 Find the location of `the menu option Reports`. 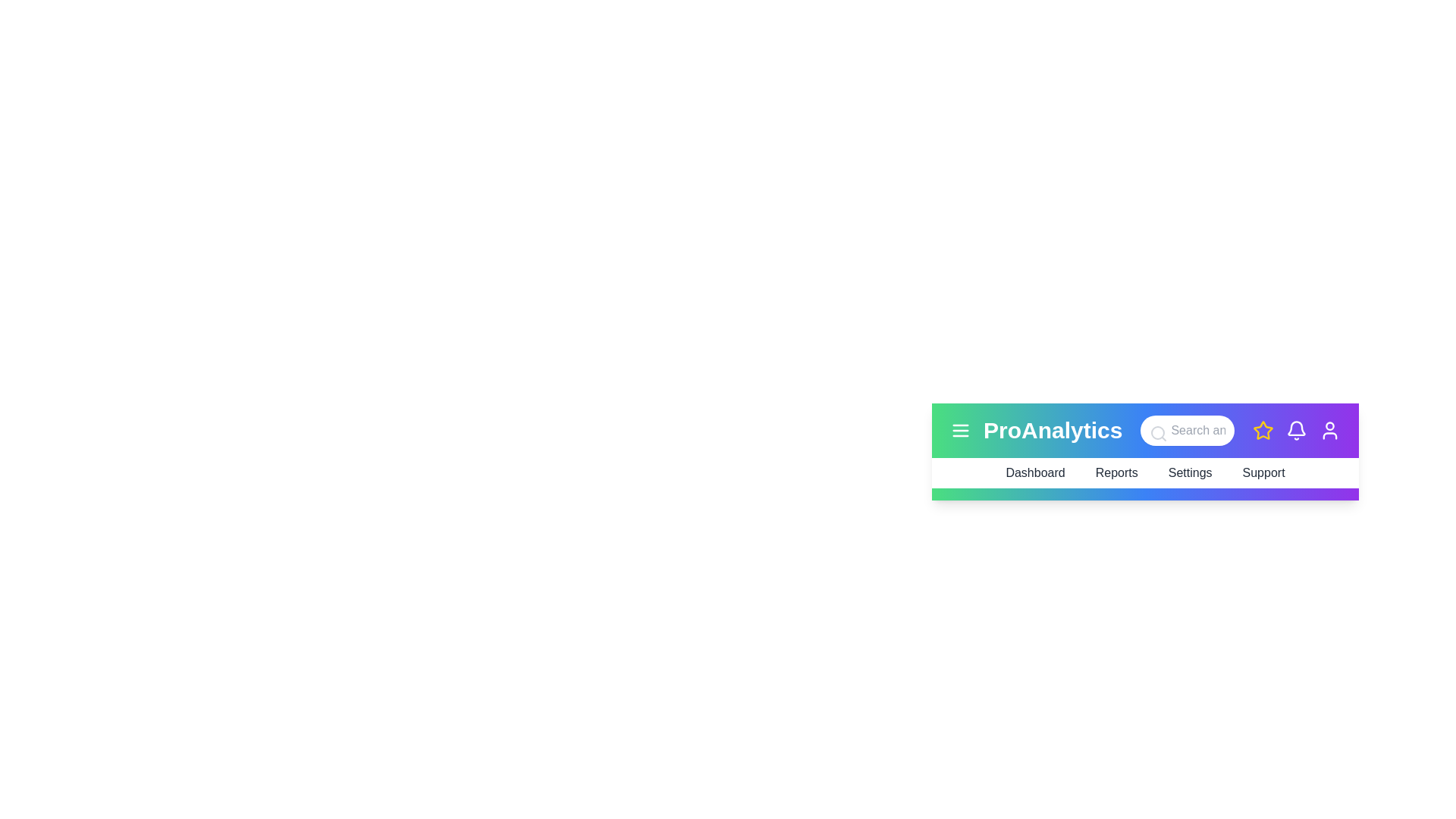

the menu option Reports is located at coordinates (1116, 472).